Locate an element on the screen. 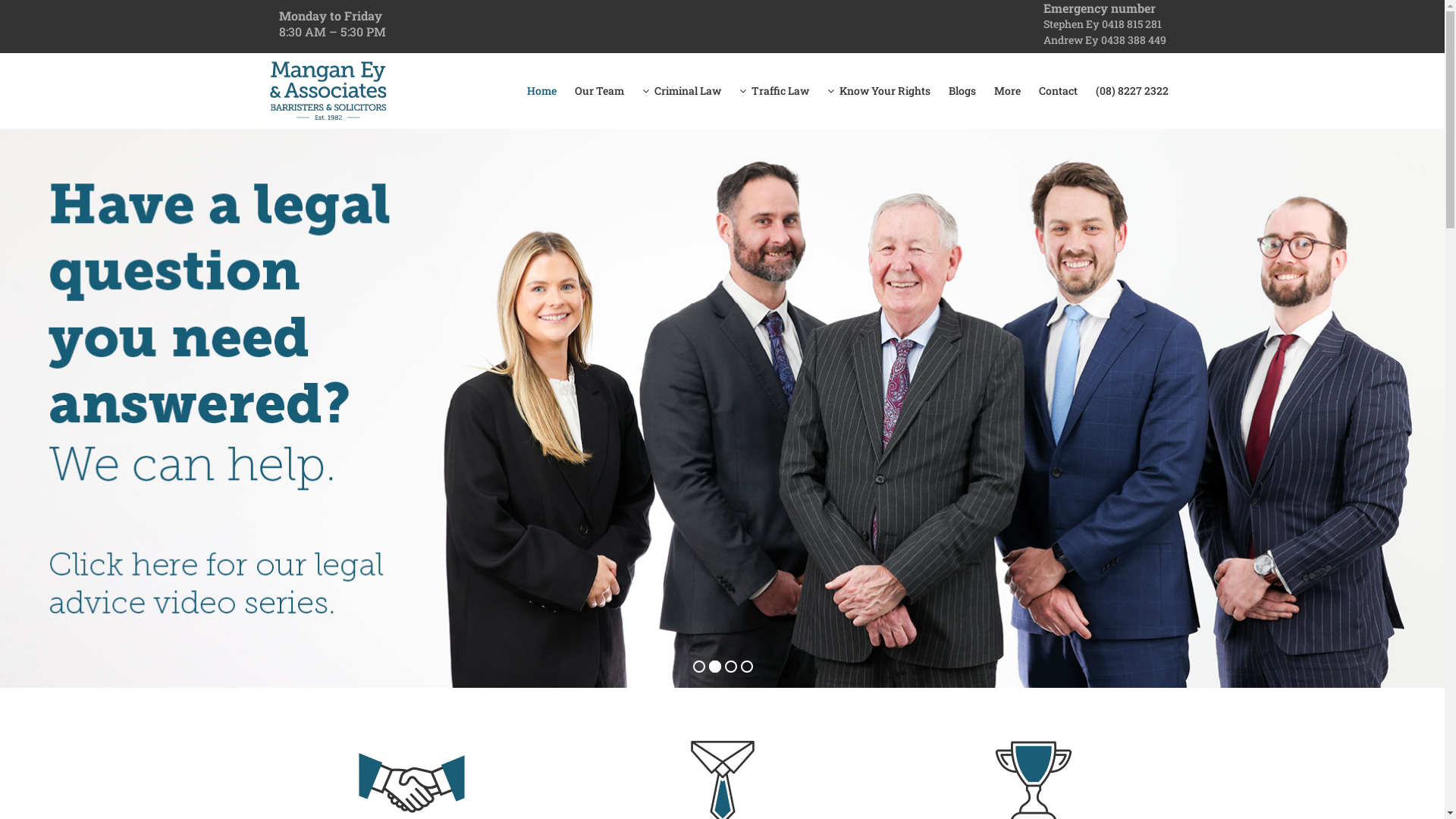 This screenshot has width=1456, height=819. '0418 815 281' is located at coordinates (1131, 24).